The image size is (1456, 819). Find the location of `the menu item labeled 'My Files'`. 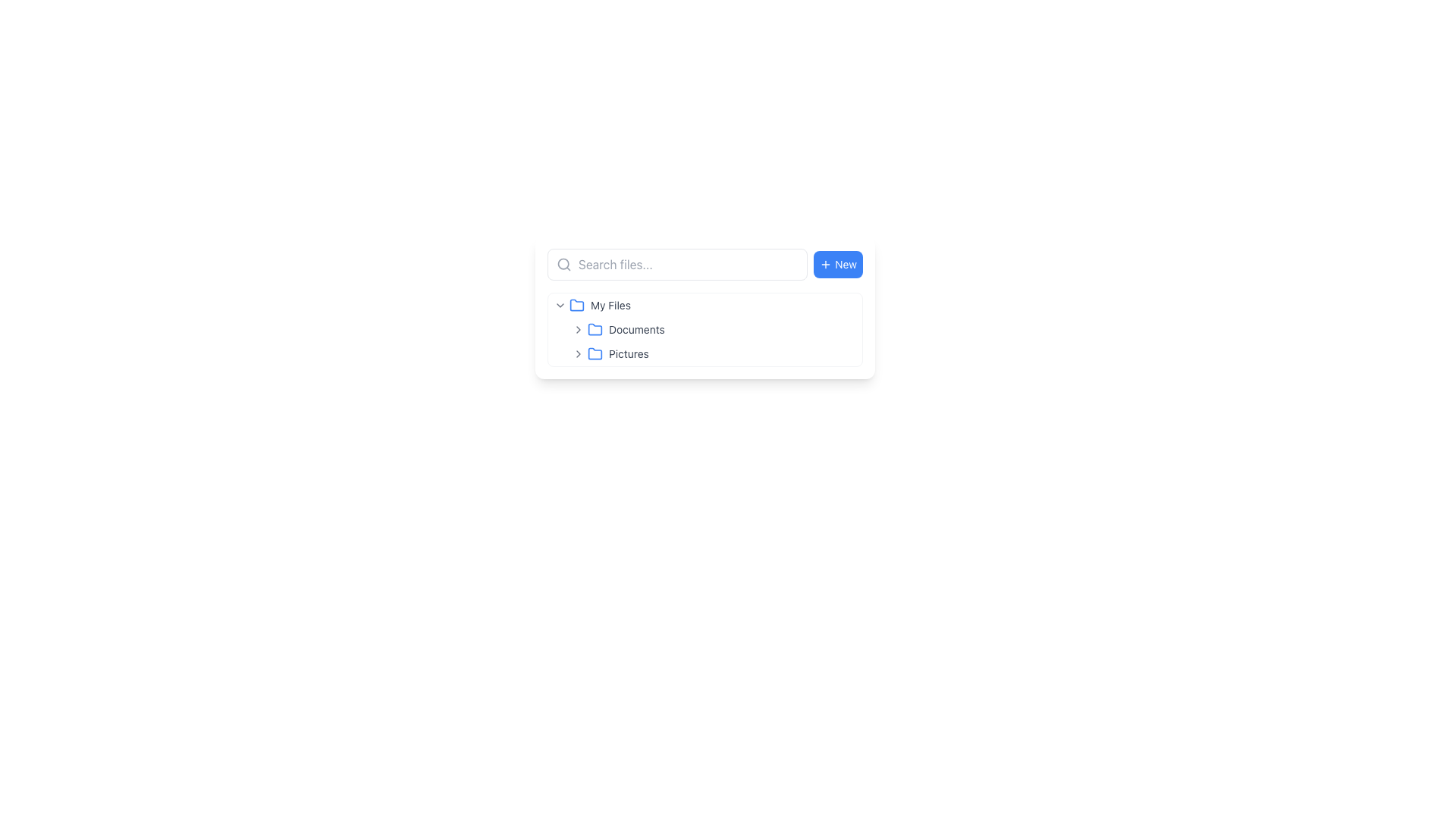

the menu item labeled 'My Files' is located at coordinates (704, 305).